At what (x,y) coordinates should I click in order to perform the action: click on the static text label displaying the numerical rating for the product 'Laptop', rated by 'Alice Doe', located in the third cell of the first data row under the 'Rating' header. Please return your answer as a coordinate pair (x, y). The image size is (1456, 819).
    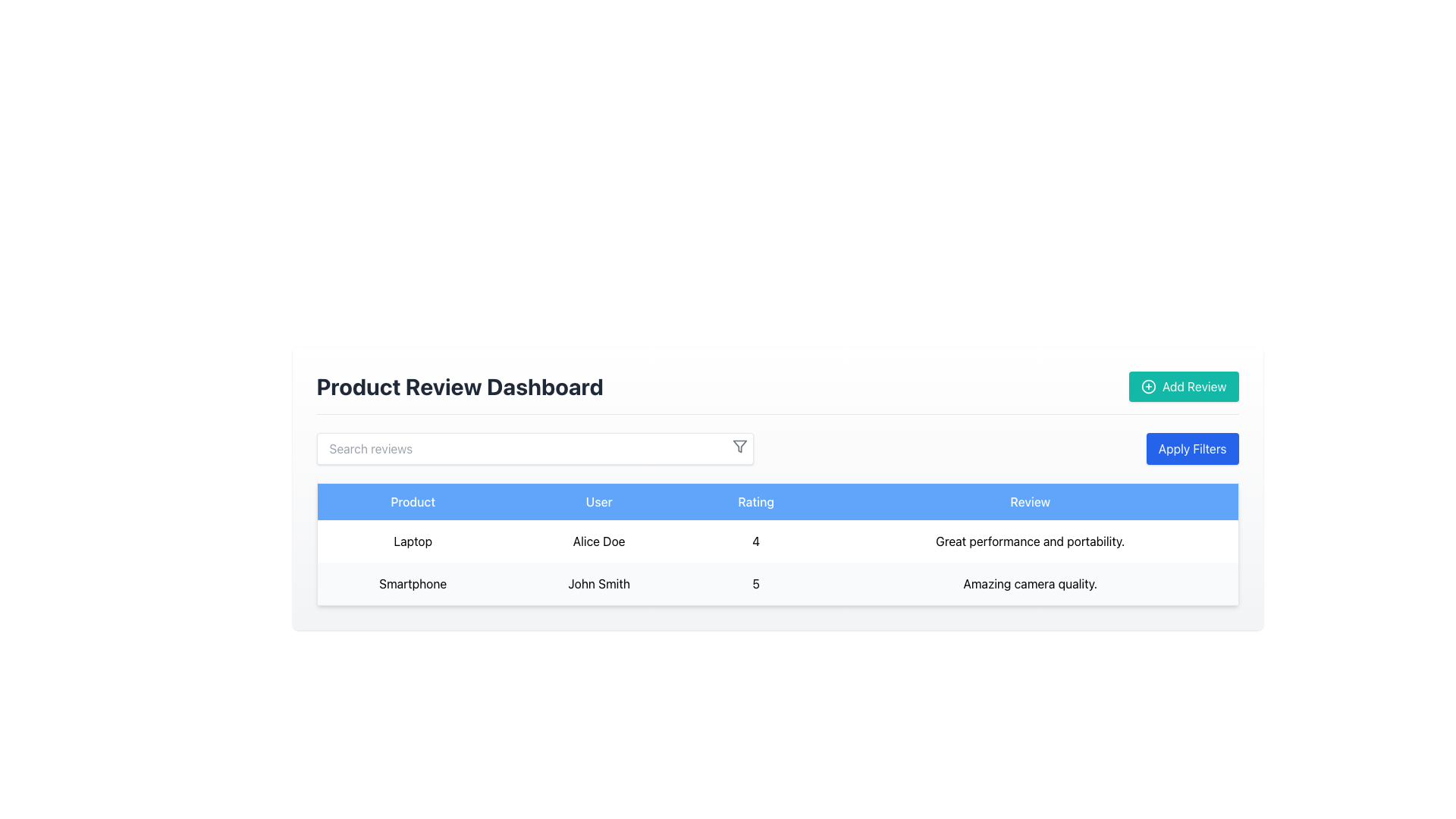
    Looking at the image, I should click on (756, 540).